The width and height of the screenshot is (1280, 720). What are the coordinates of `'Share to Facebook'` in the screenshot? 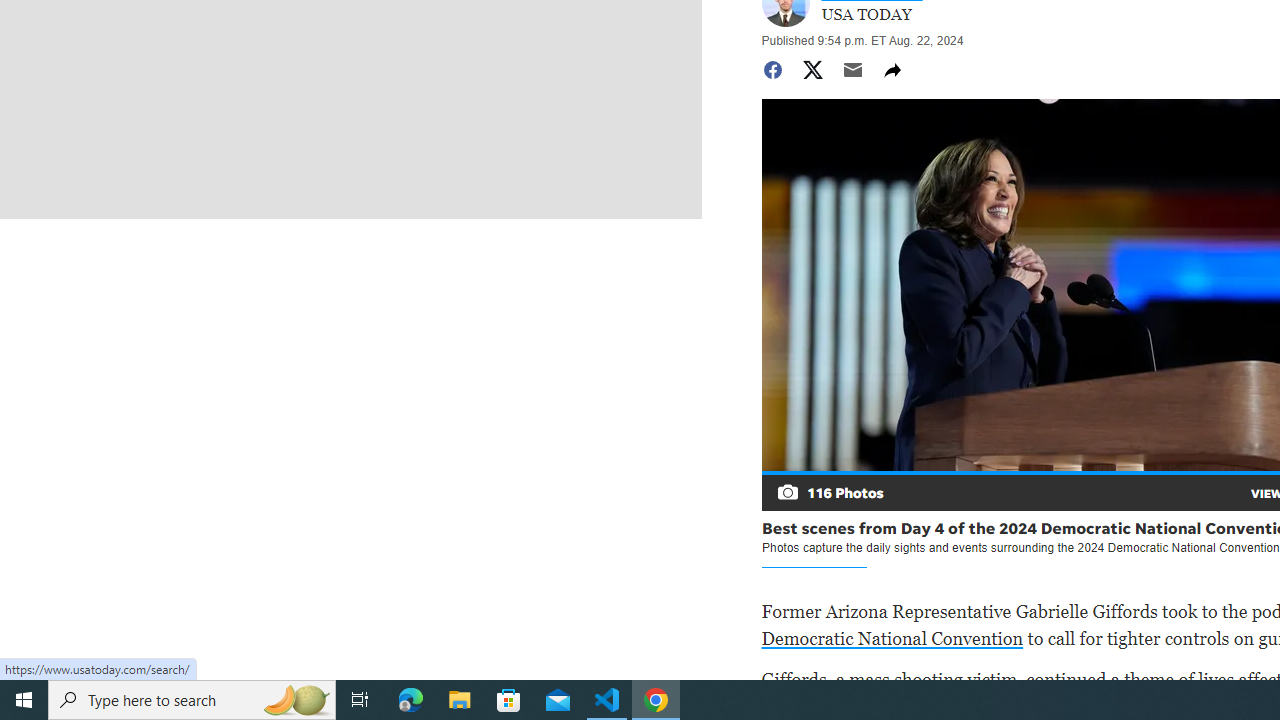 It's located at (771, 68).